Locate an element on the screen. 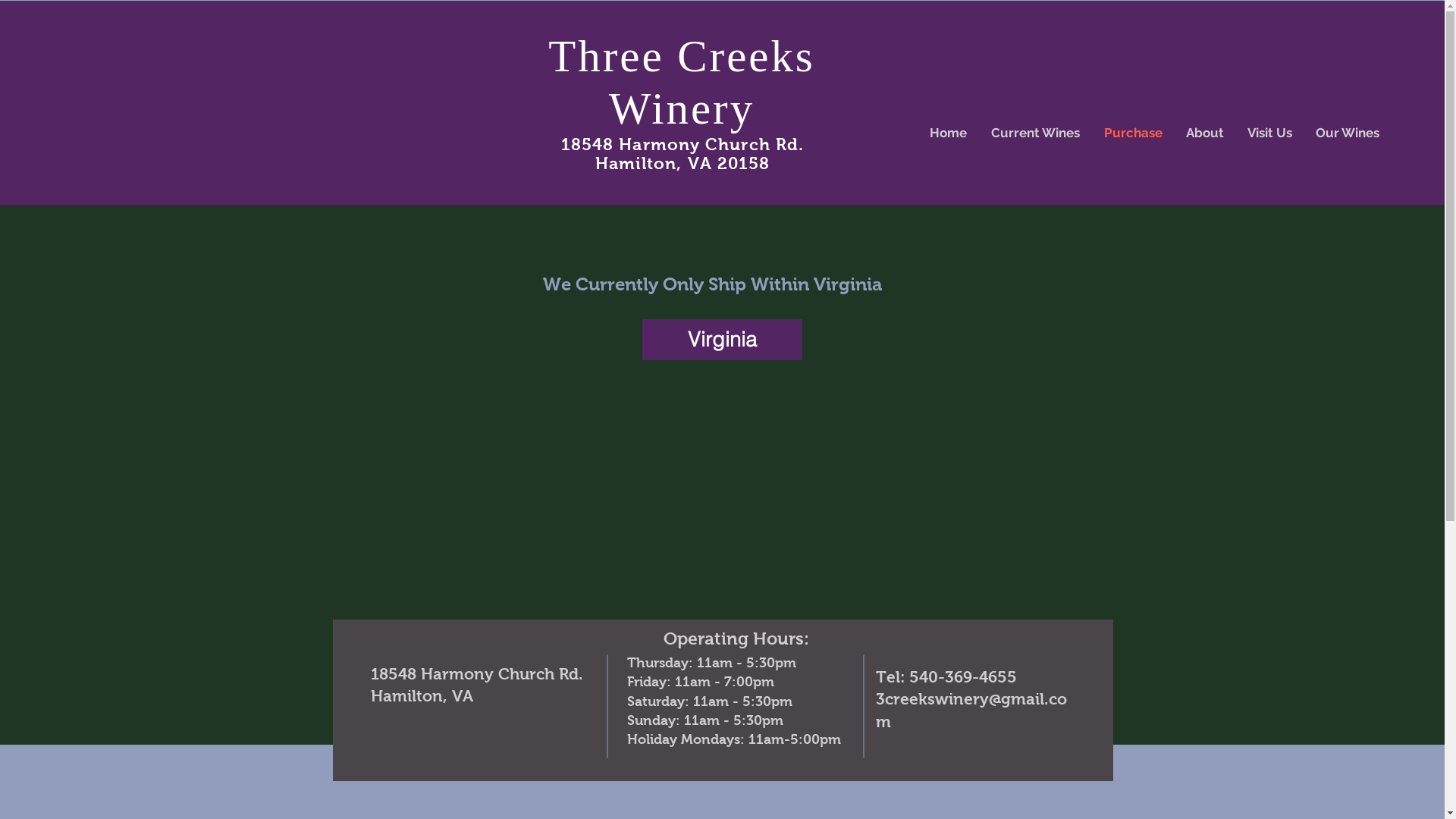 This screenshot has width=1456, height=819. 'Purchase' is located at coordinates (1132, 131).